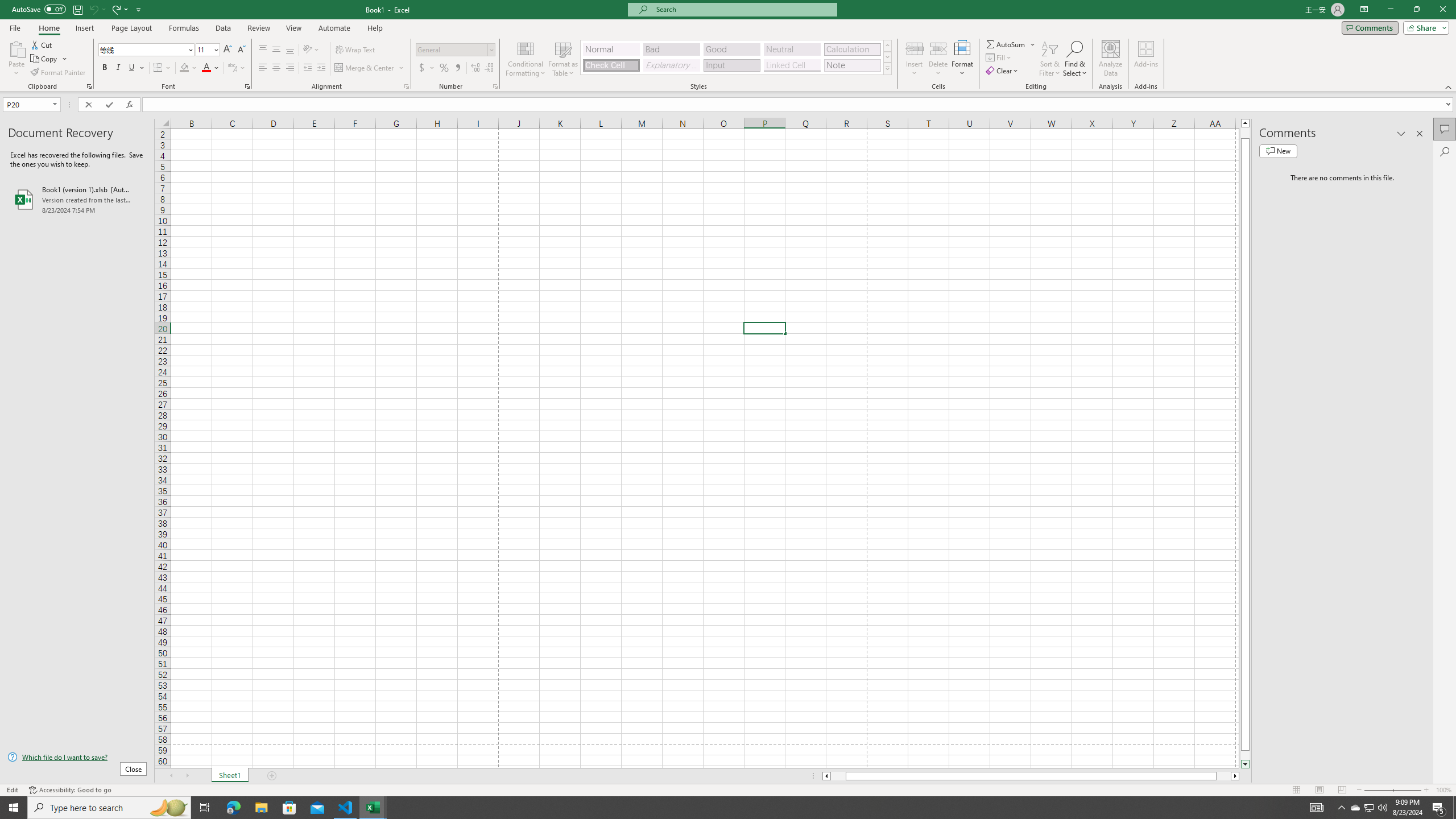 This screenshot has height=819, width=1456. What do you see at coordinates (851, 65) in the screenshot?
I see `'Note'` at bounding box center [851, 65].